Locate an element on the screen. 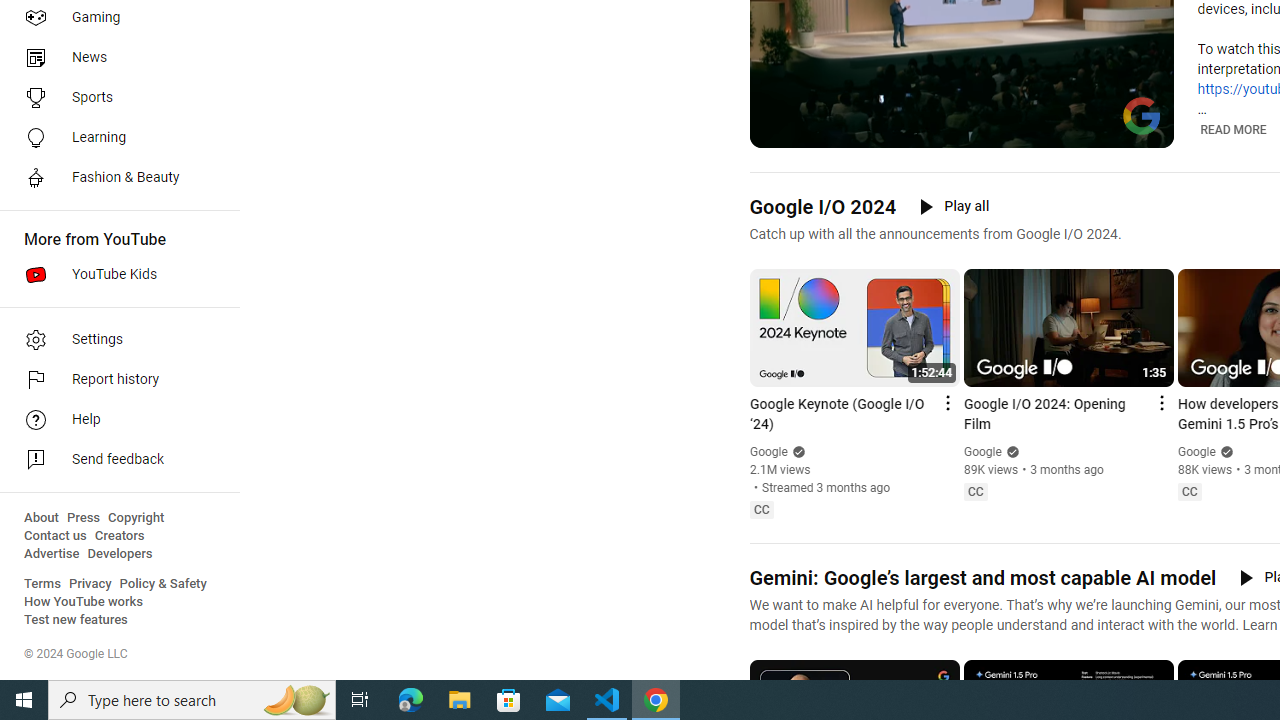 The image size is (1280, 720). 'Google I/O 2024' is located at coordinates (823, 206).